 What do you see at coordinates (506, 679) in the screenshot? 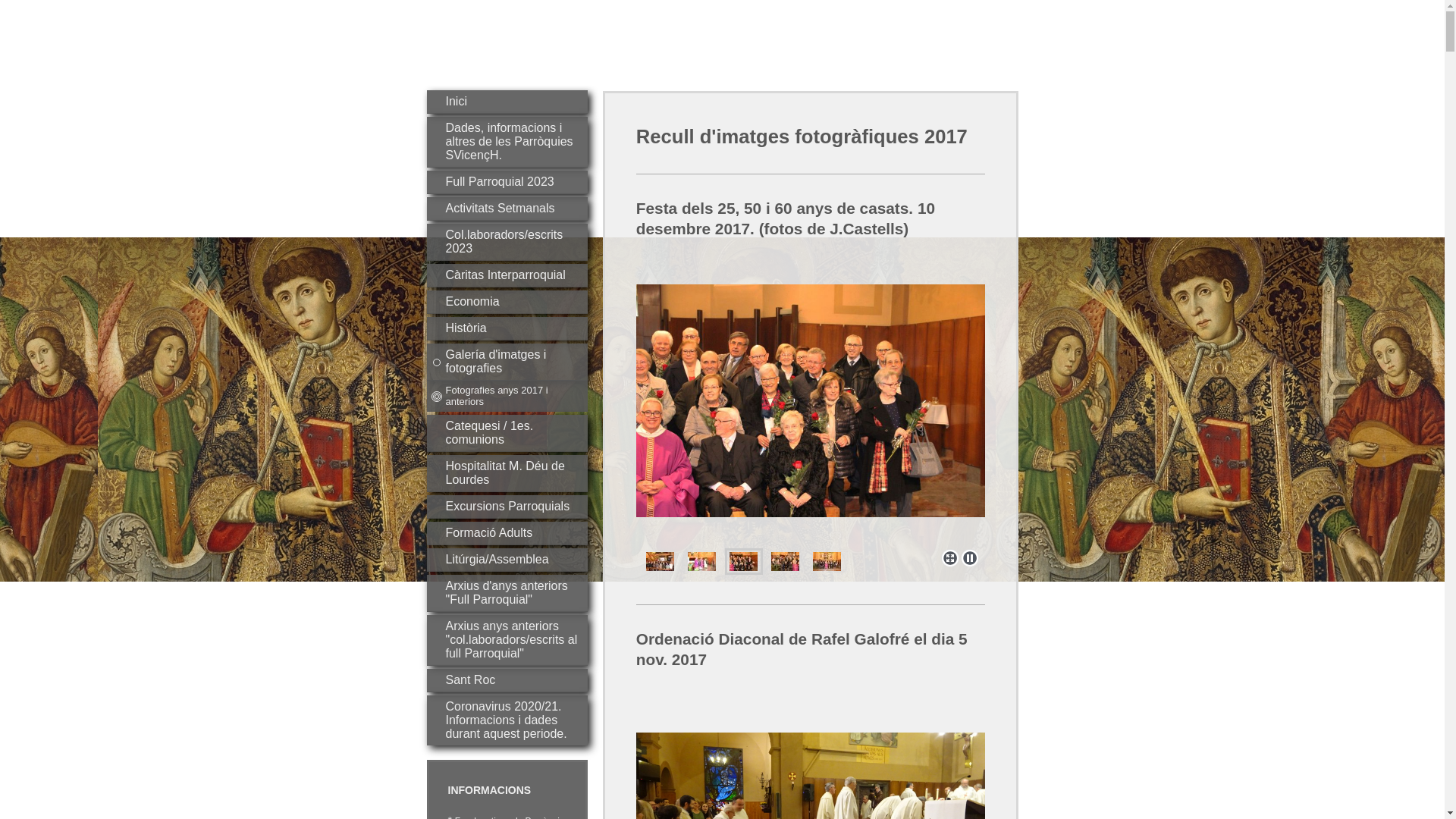
I see `'Sant Roc'` at bounding box center [506, 679].